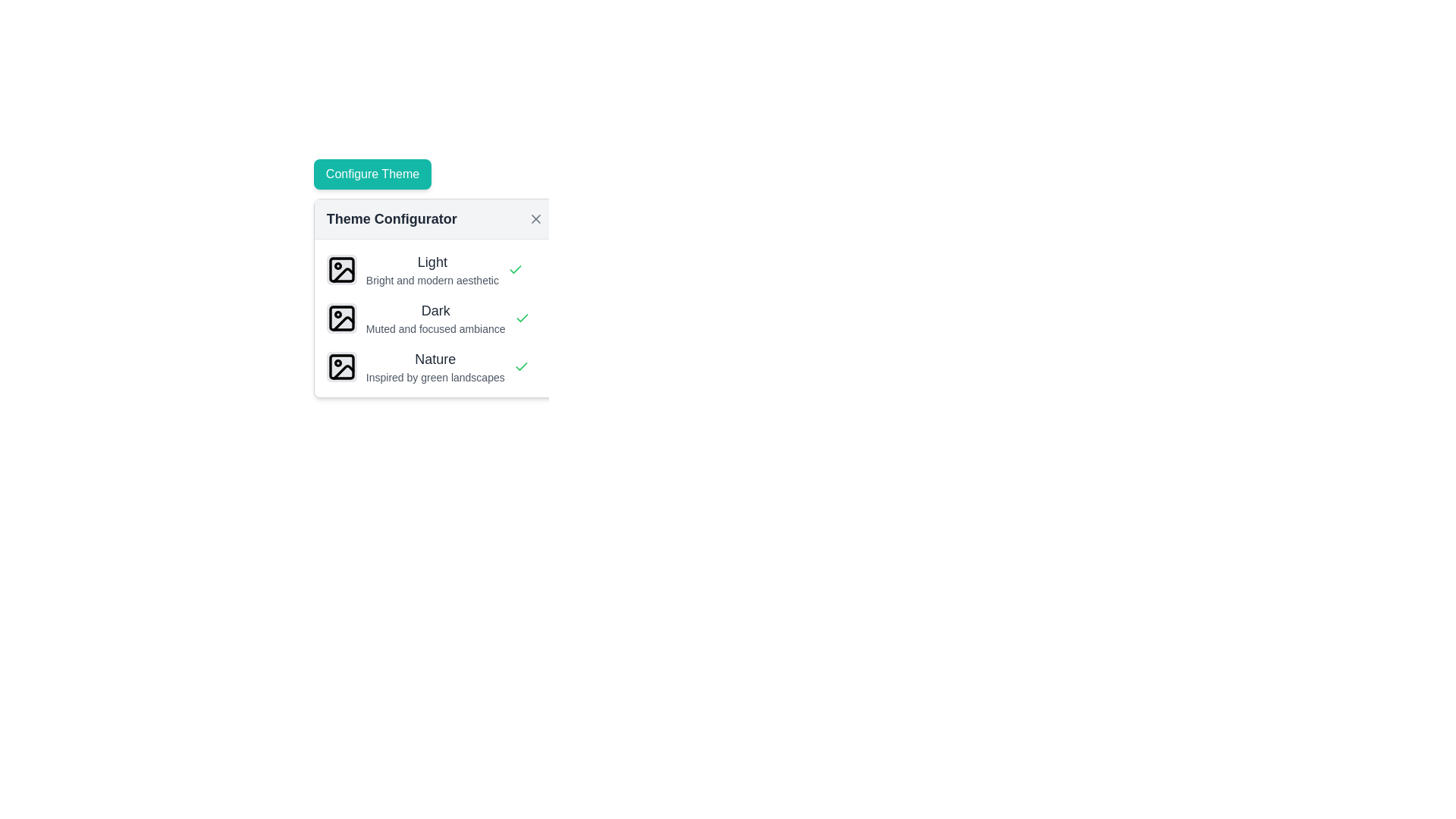 The height and width of the screenshot is (819, 1456). Describe the element at coordinates (434, 318) in the screenshot. I see `the second selectable theme item labeled 'Dark' in the 'Theme Configurator' popup` at that location.